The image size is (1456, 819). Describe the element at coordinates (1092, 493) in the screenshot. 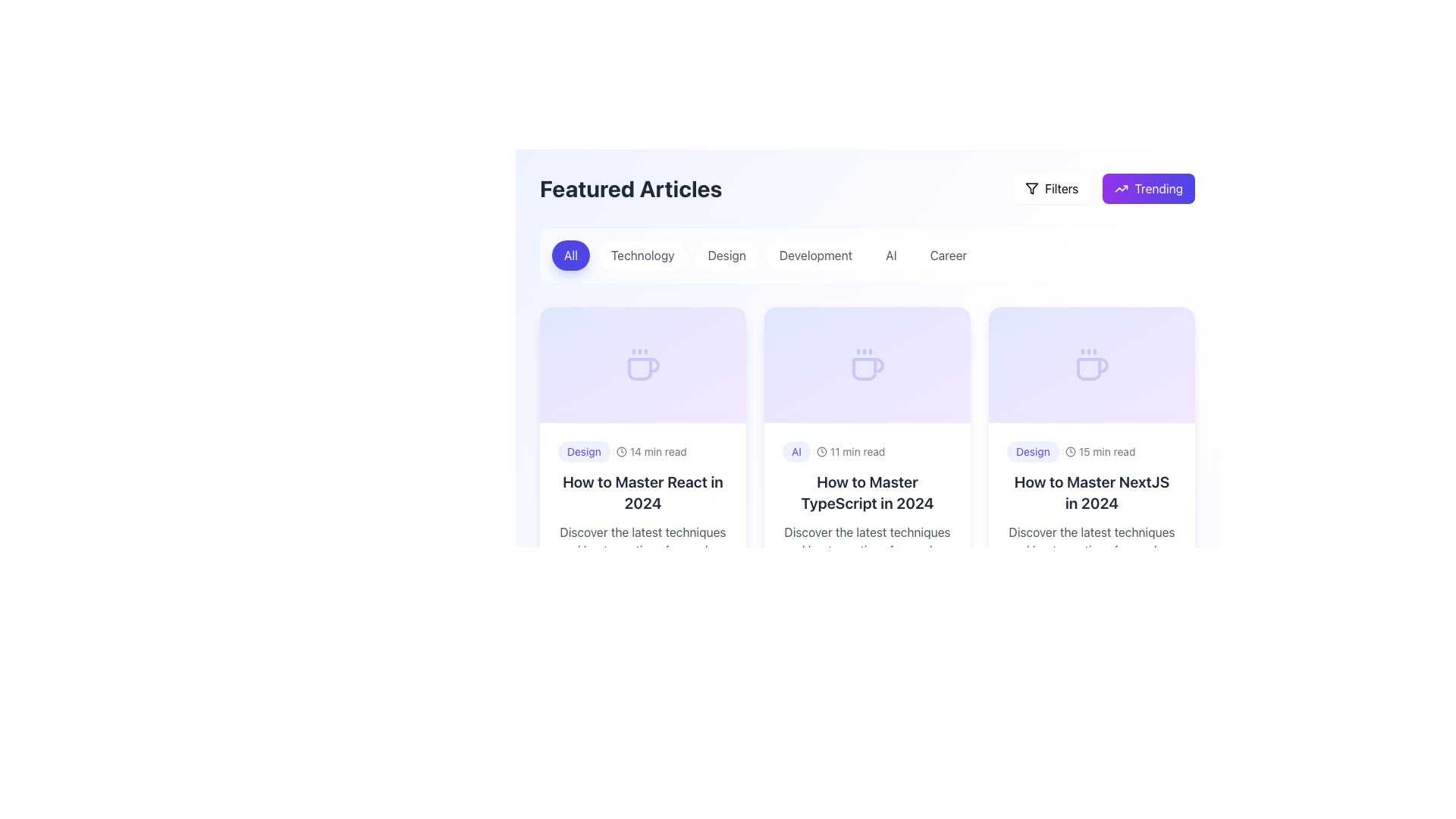

I see `the clickable title of the third article card in the 'Featured Articles' section, located below the 'Design' and '15 min read' indicators` at that location.